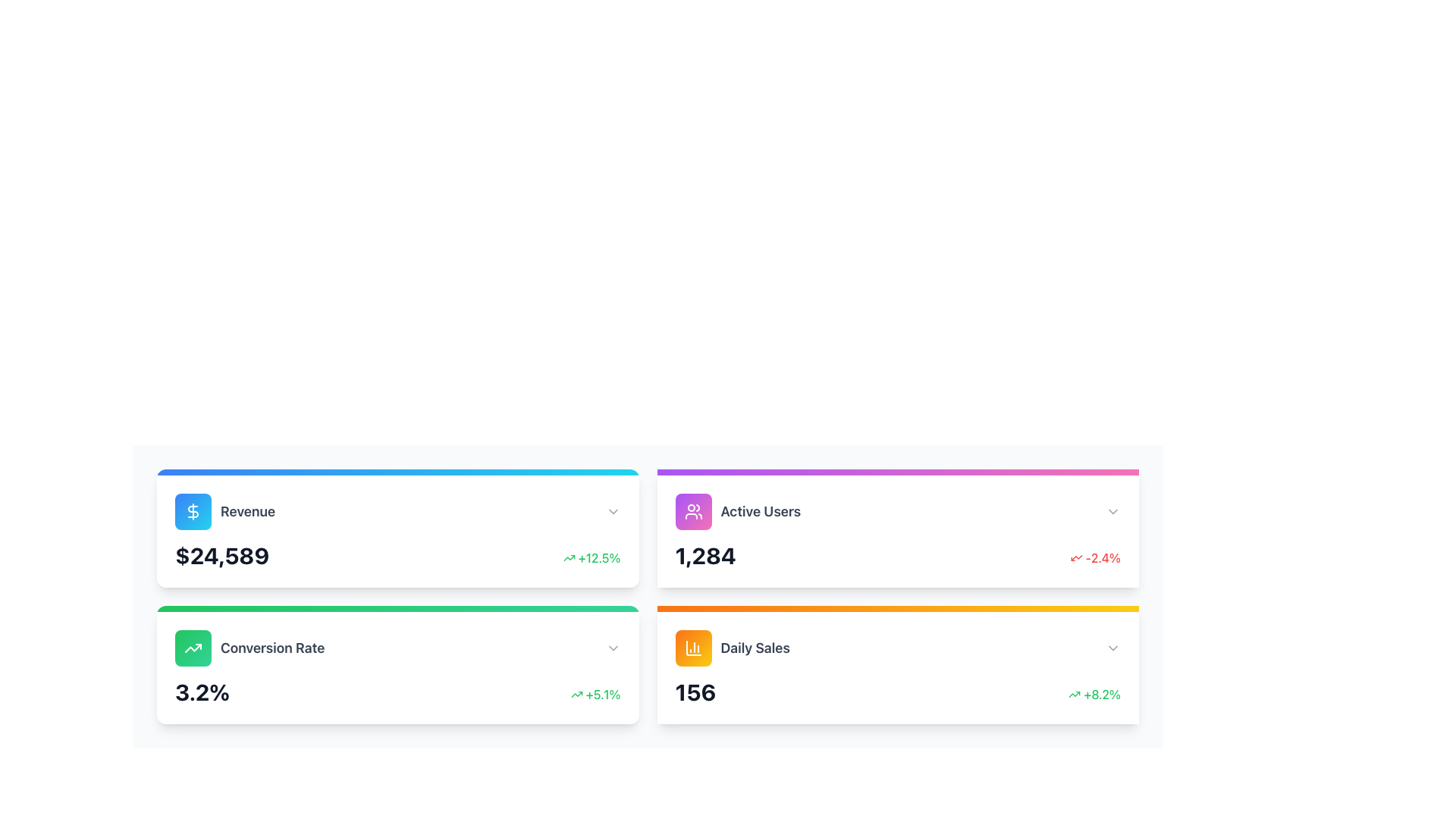 The image size is (1456, 819). Describe the element at coordinates (598, 558) in the screenshot. I see `the text label displaying '+12.5%' in green color, which is positioned to the right of the small green upward trend icon on the 'Revenue' card` at that location.